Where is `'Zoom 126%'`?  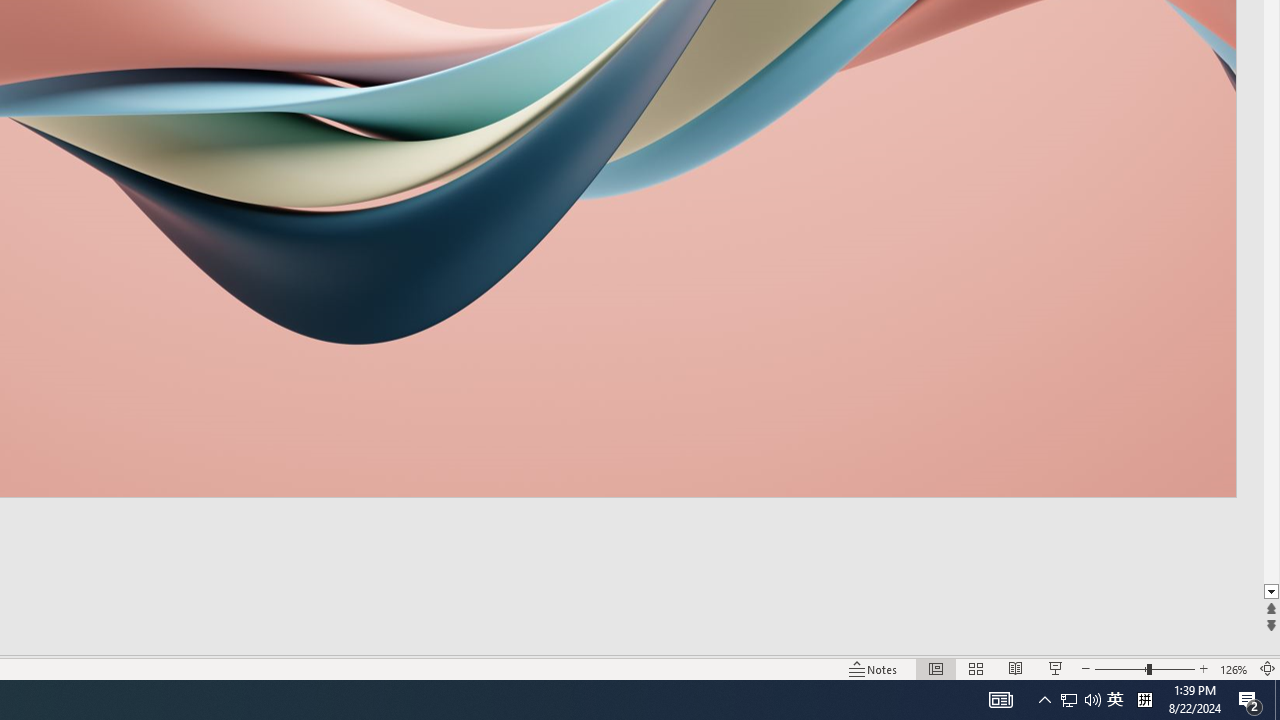
'Zoom 126%' is located at coordinates (1233, 669).